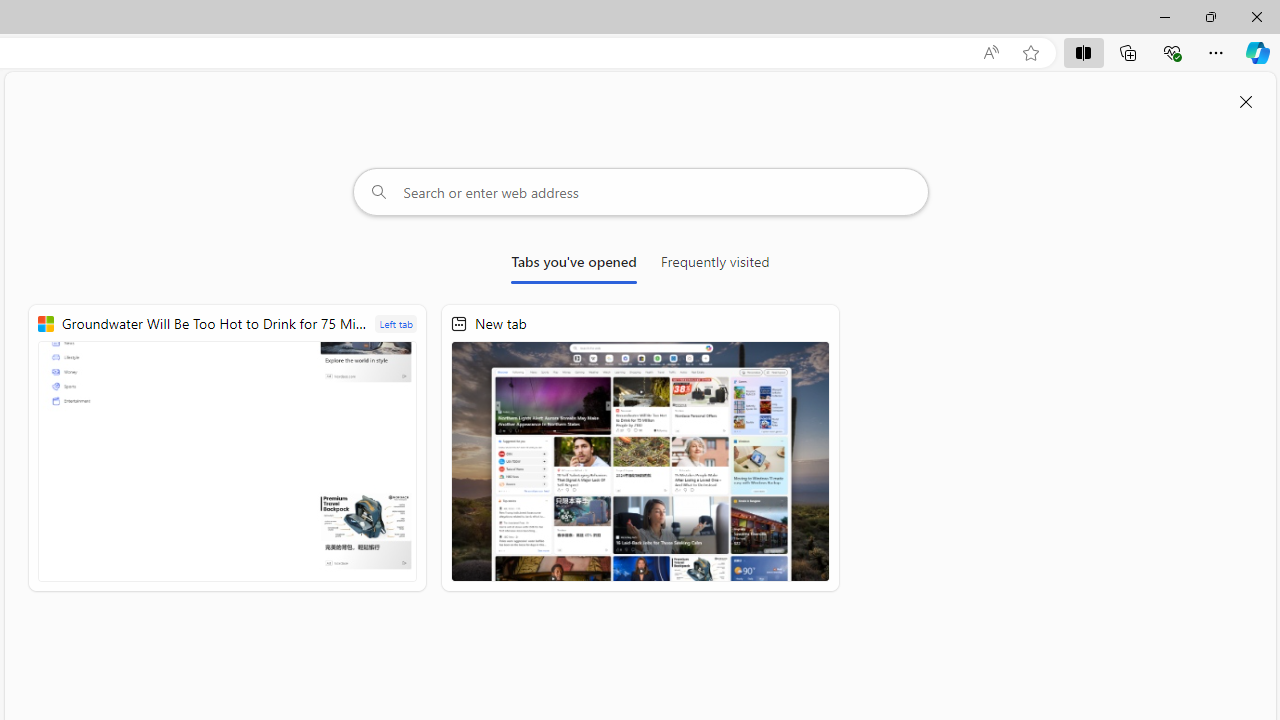 The height and width of the screenshot is (720, 1280). Describe the element at coordinates (1128, 51) in the screenshot. I see `'Collections'` at that location.